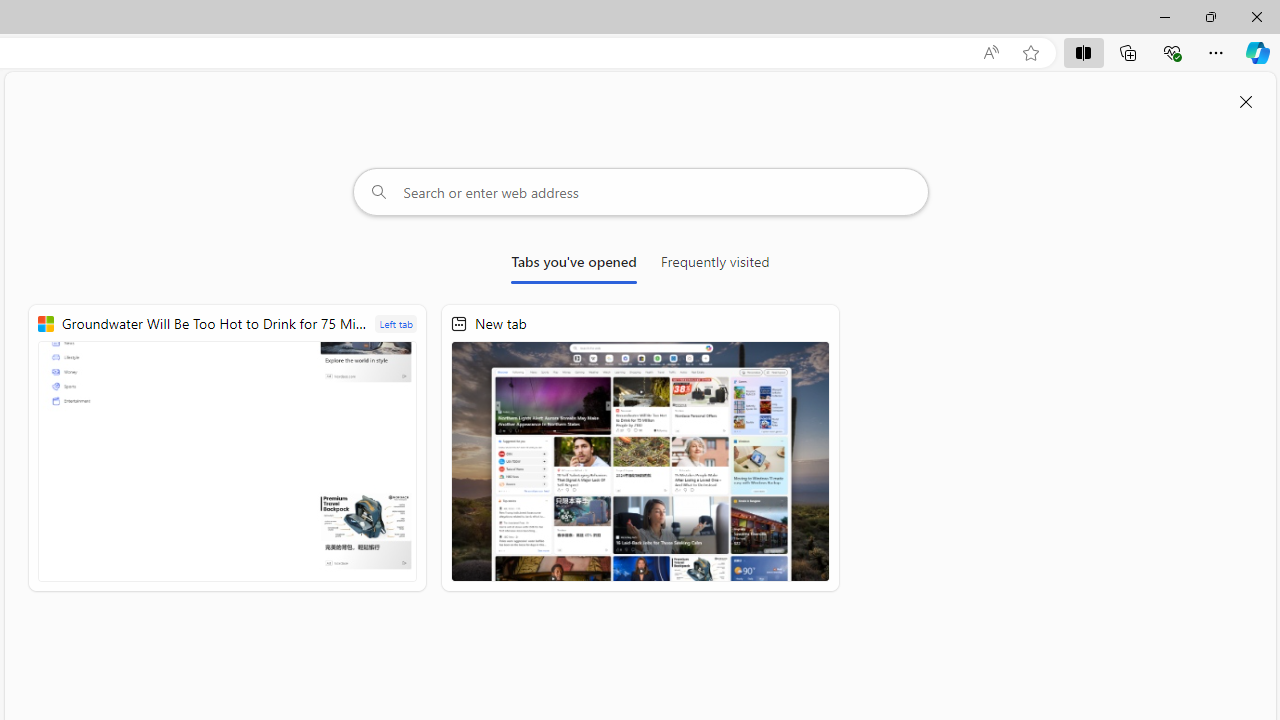 The height and width of the screenshot is (720, 1280). Describe the element at coordinates (1128, 51) in the screenshot. I see `'Collections'` at that location.